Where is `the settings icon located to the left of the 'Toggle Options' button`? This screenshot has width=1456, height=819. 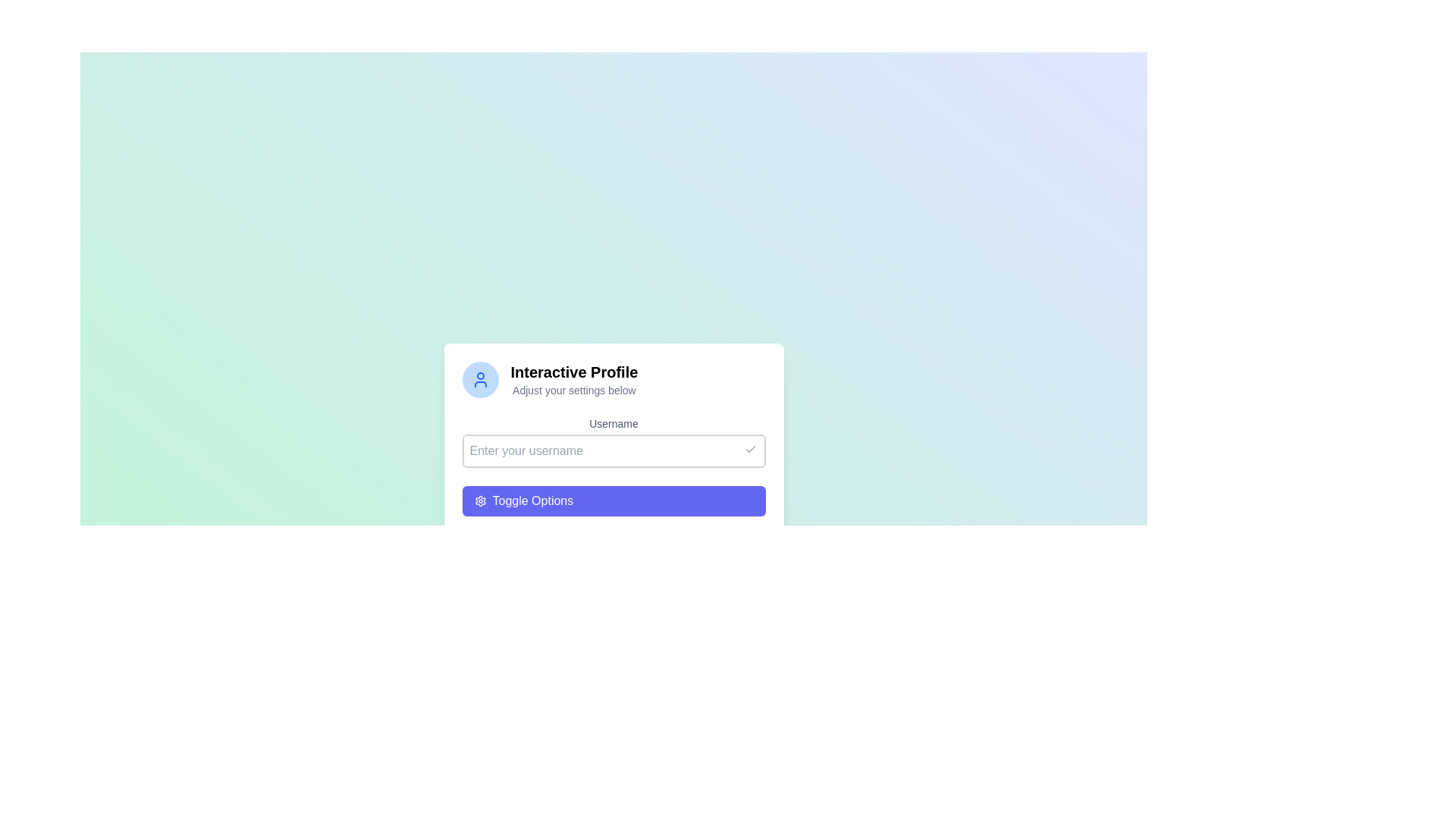 the settings icon located to the left of the 'Toggle Options' button is located at coordinates (479, 500).